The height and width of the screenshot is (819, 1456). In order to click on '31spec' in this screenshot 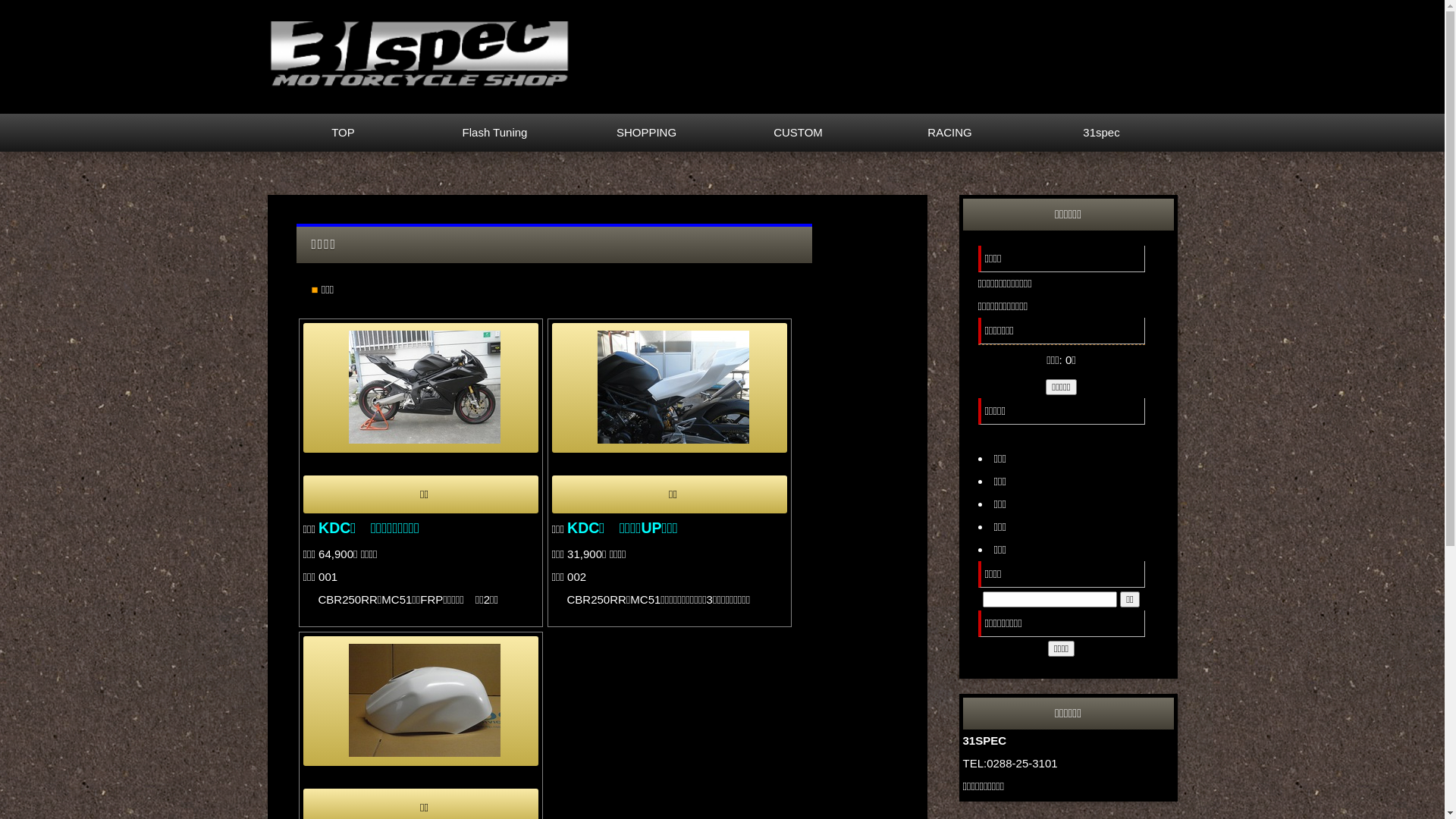, I will do `click(1101, 131)`.